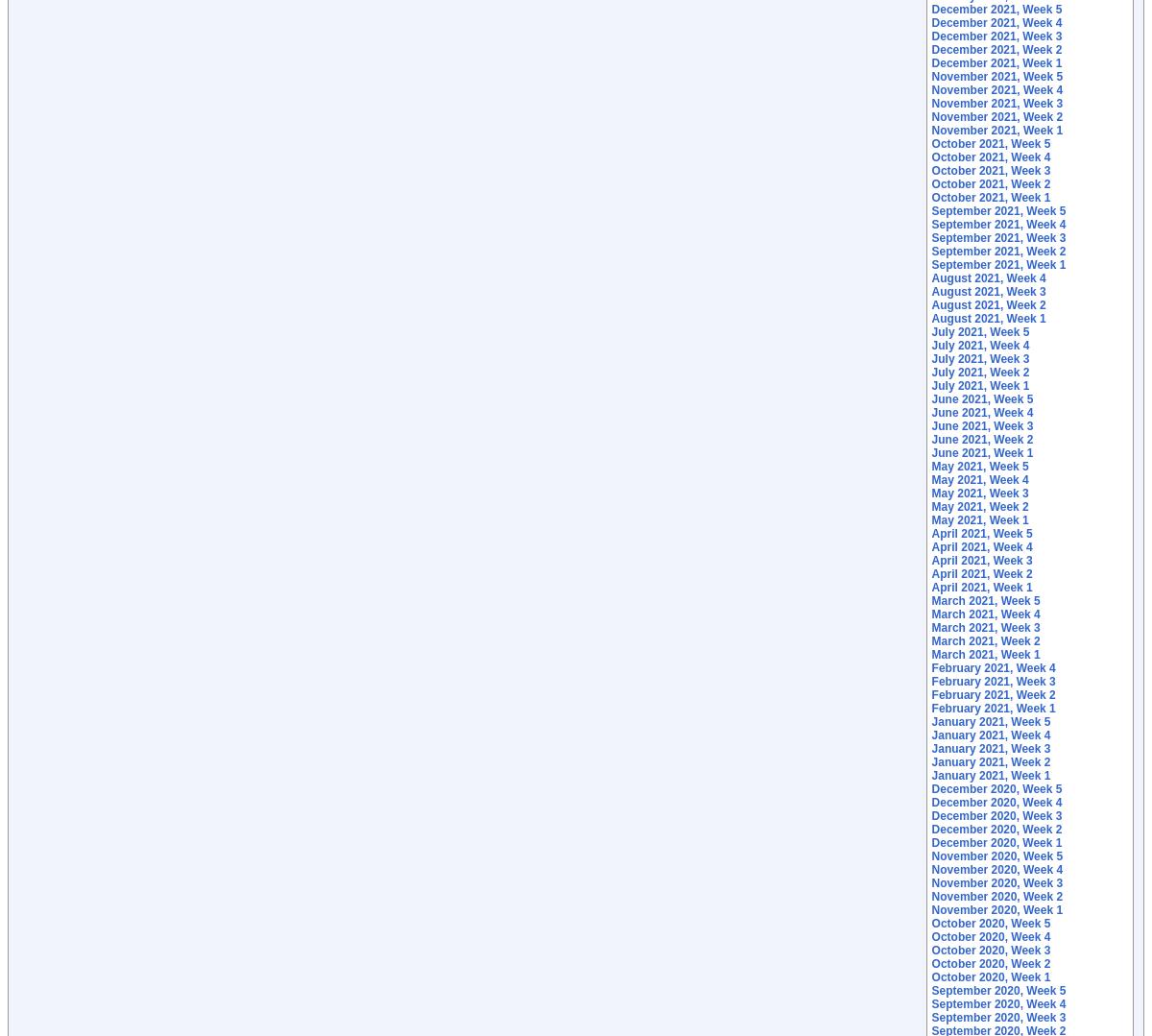  I want to click on 'October 2021, Week 1', so click(991, 197).